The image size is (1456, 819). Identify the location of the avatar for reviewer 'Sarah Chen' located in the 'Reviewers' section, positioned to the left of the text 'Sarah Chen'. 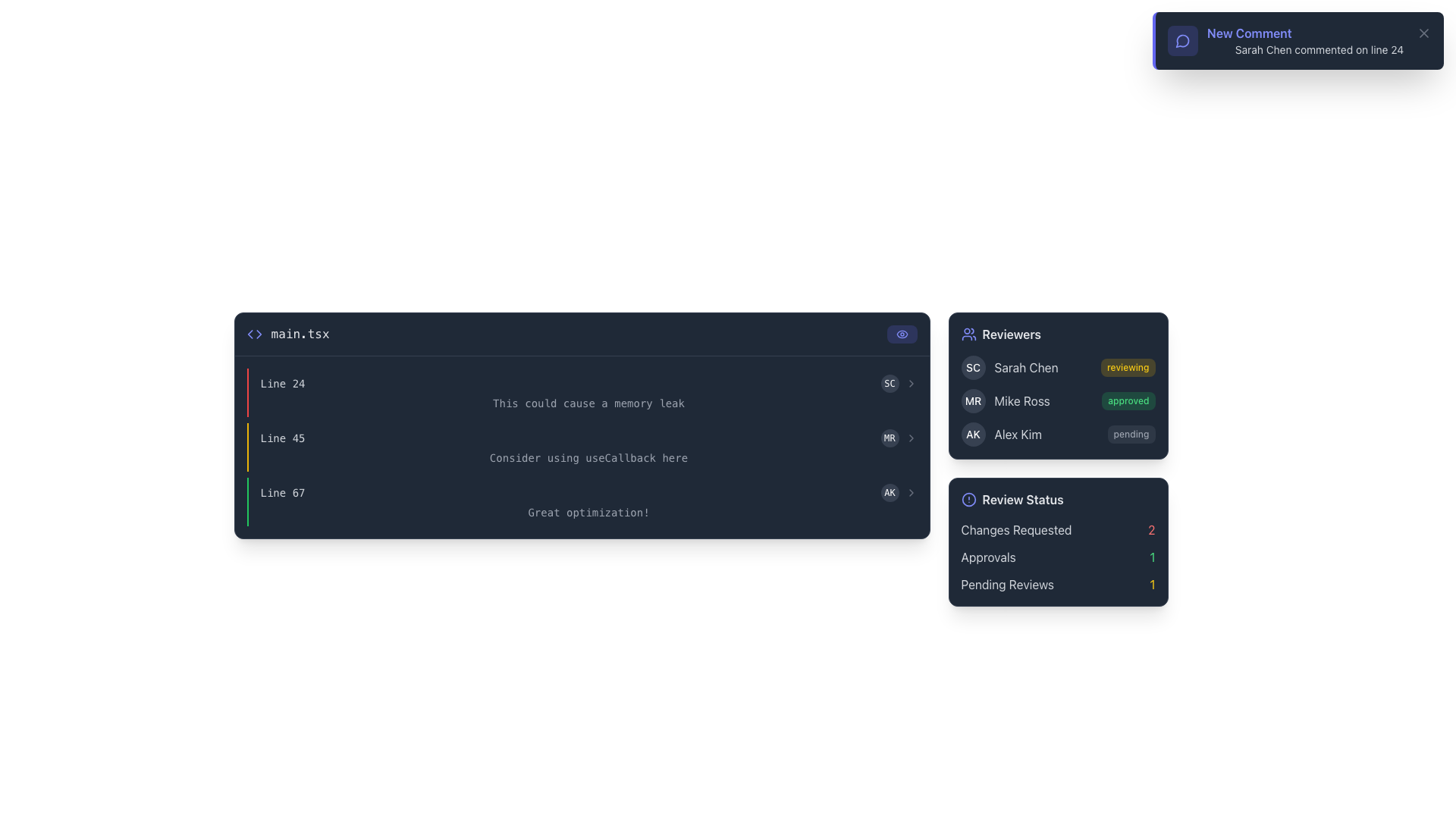
(973, 368).